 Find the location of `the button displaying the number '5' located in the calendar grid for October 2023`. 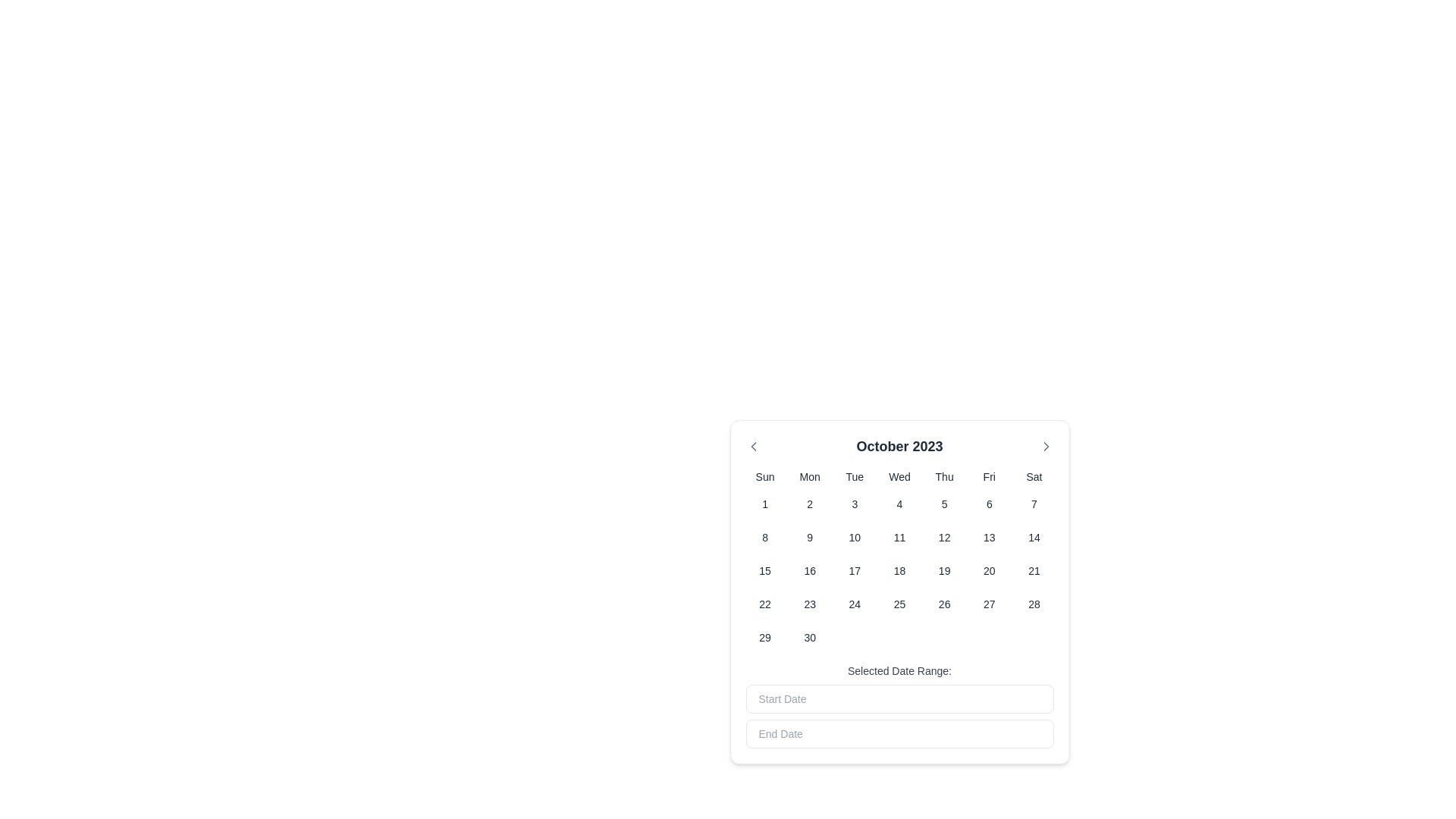

the button displaying the number '5' located in the calendar grid for October 2023 is located at coordinates (943, 504).